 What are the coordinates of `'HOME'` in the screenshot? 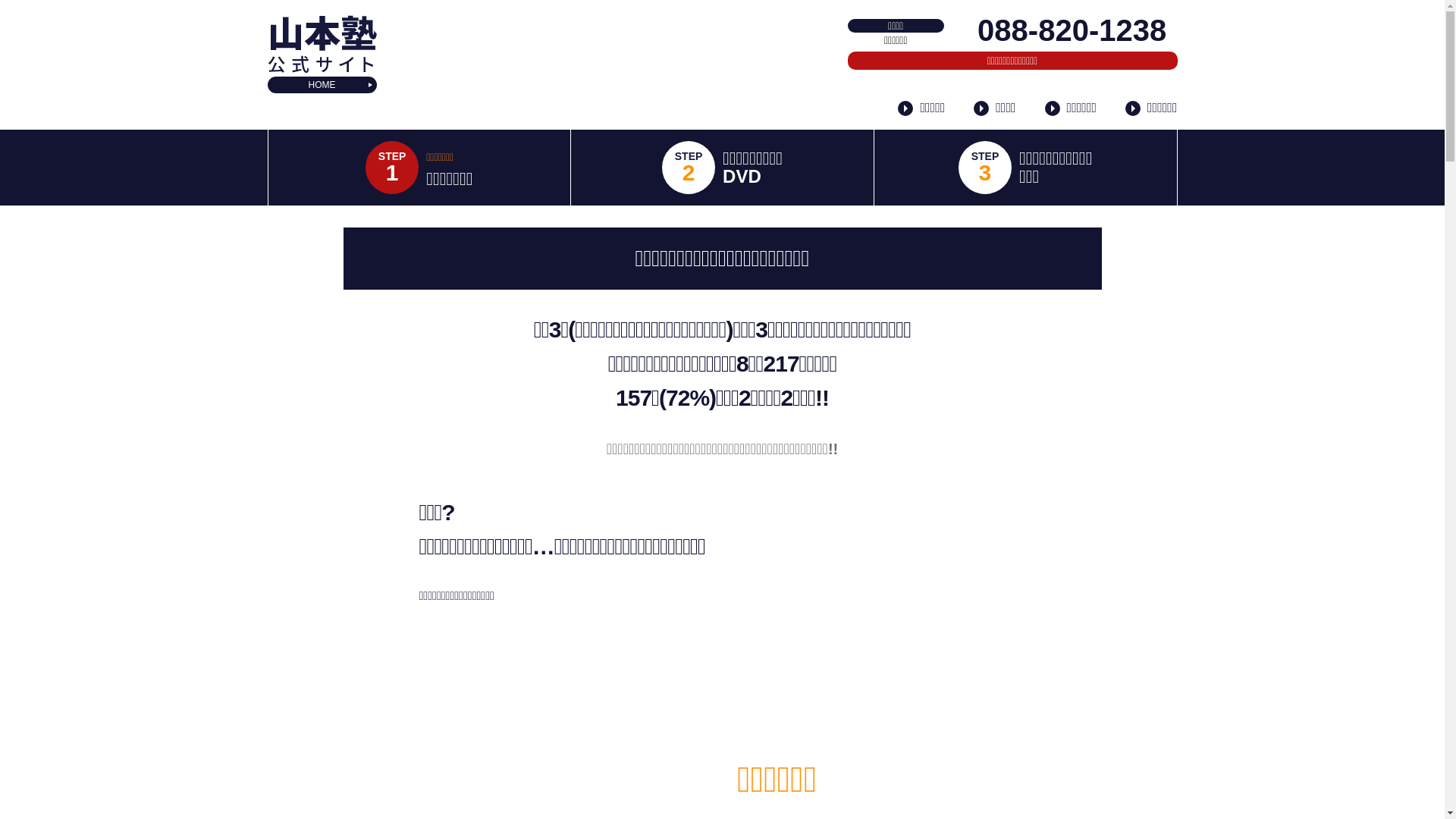 It's located at (320, 84).